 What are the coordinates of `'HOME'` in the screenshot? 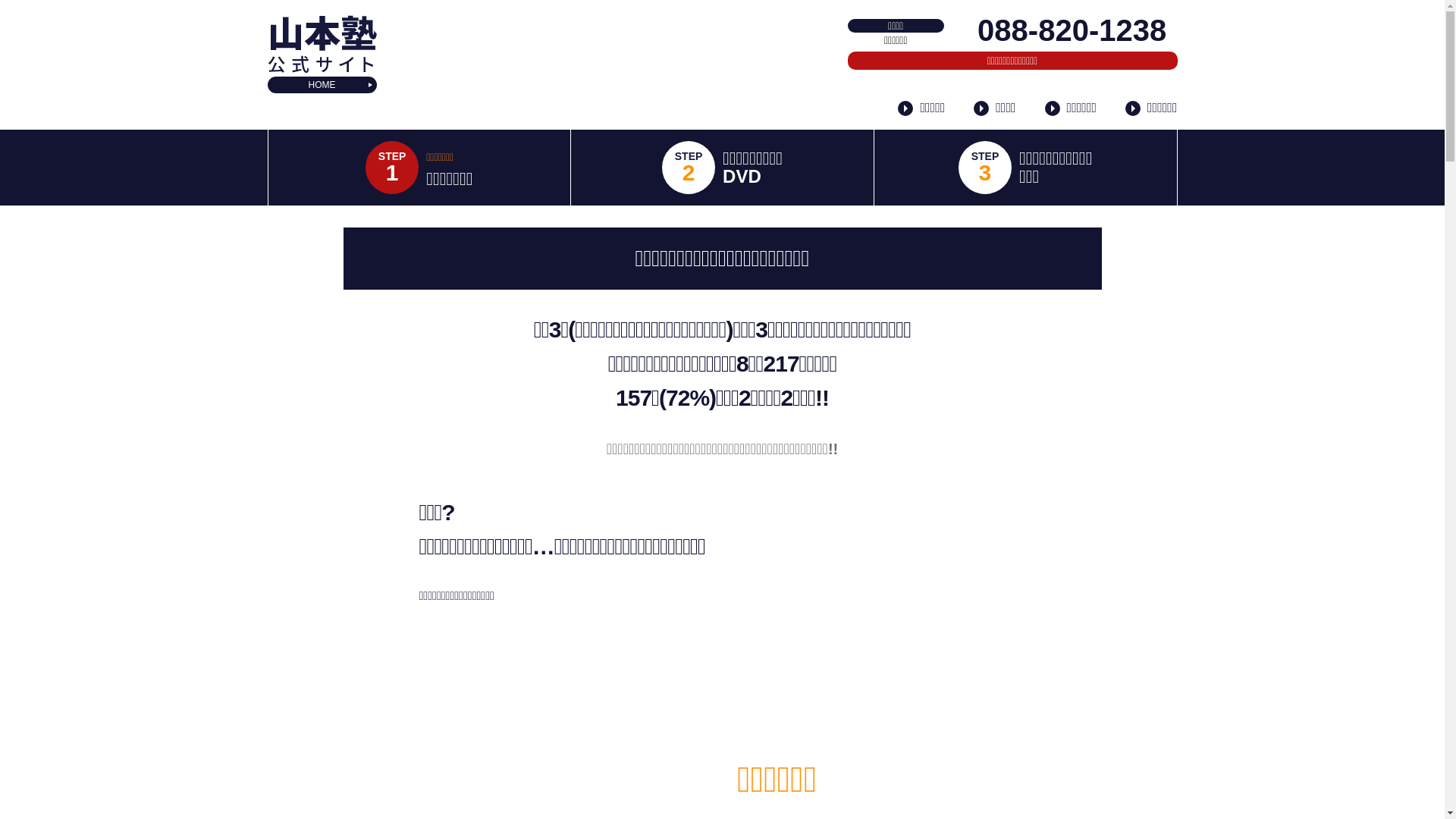 It's located at (320, 84).